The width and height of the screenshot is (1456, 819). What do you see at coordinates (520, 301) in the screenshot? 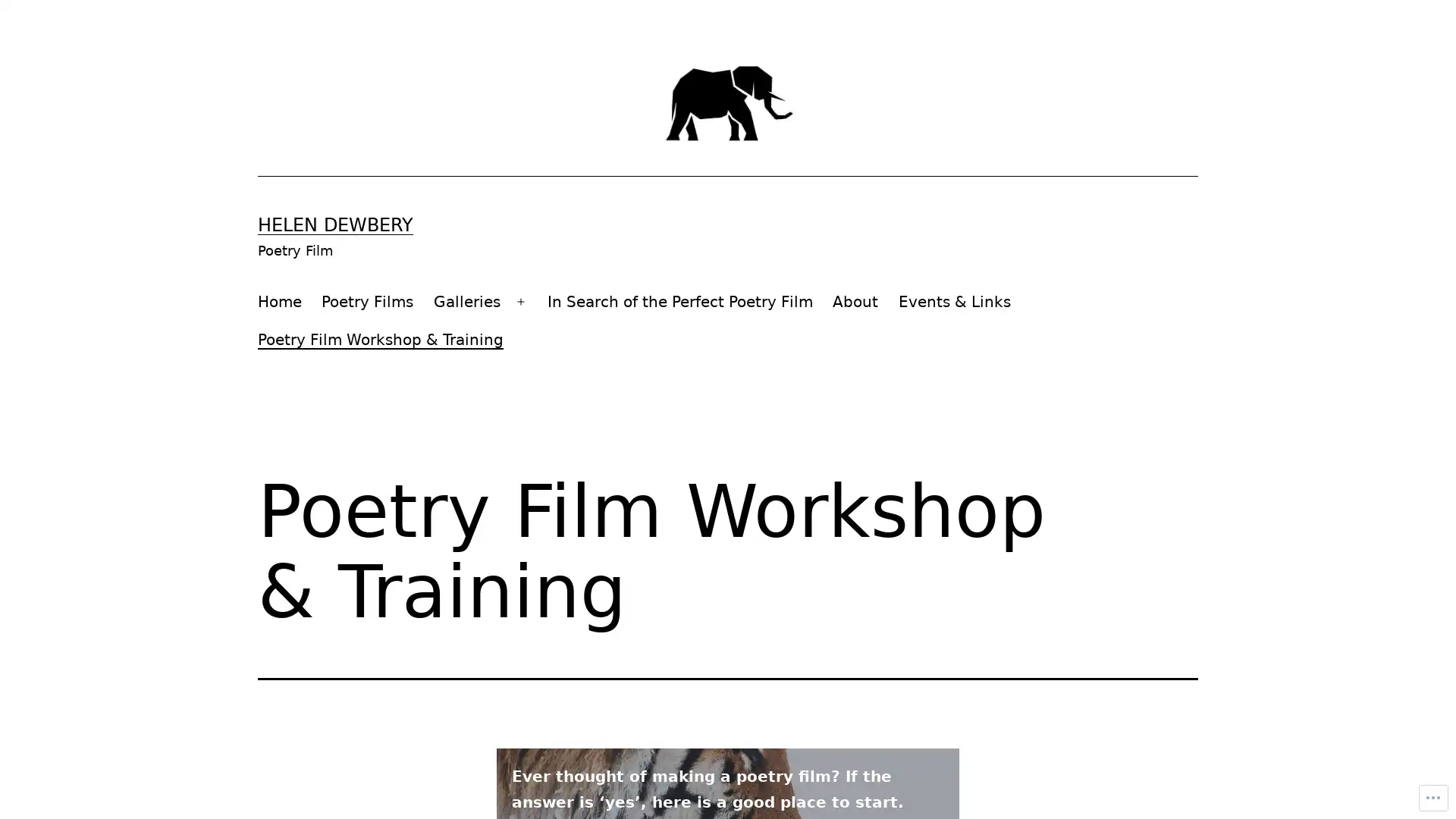
I see `Open menu` at bounding box center [520, 301].